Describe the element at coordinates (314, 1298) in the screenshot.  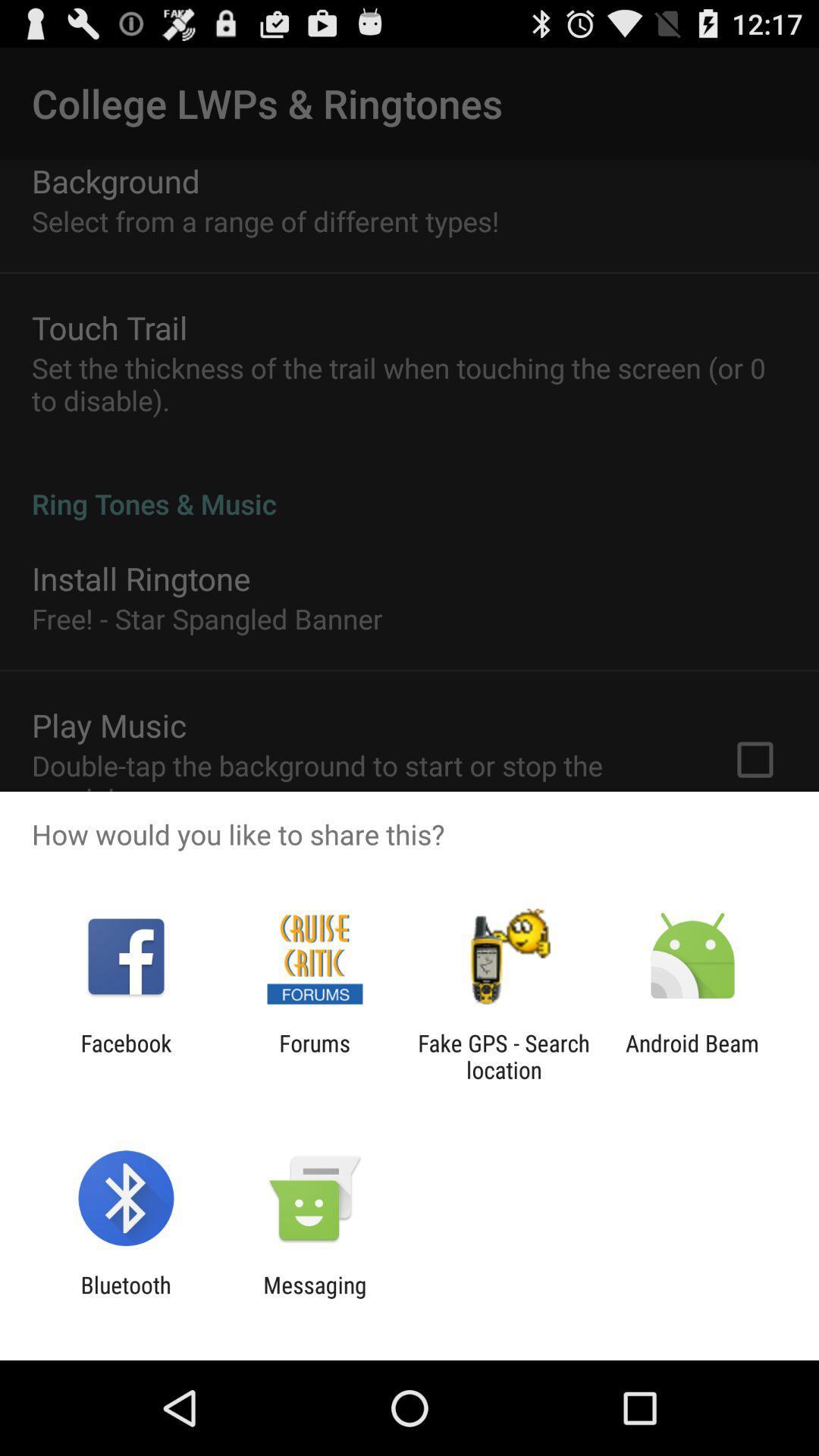
I see `item next to the bluetooth icon` at that location.